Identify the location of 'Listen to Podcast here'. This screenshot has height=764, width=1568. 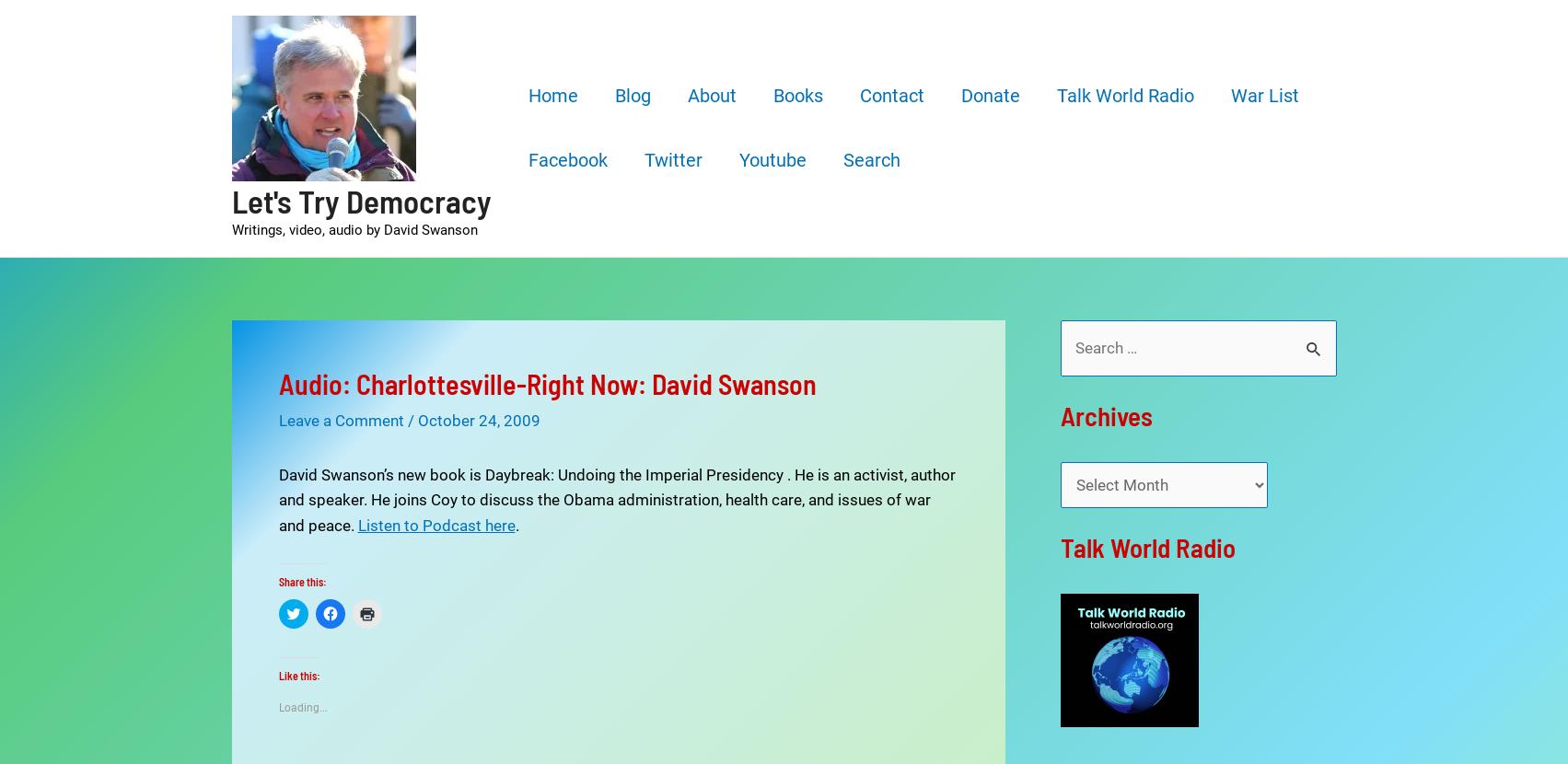
(436, 523).